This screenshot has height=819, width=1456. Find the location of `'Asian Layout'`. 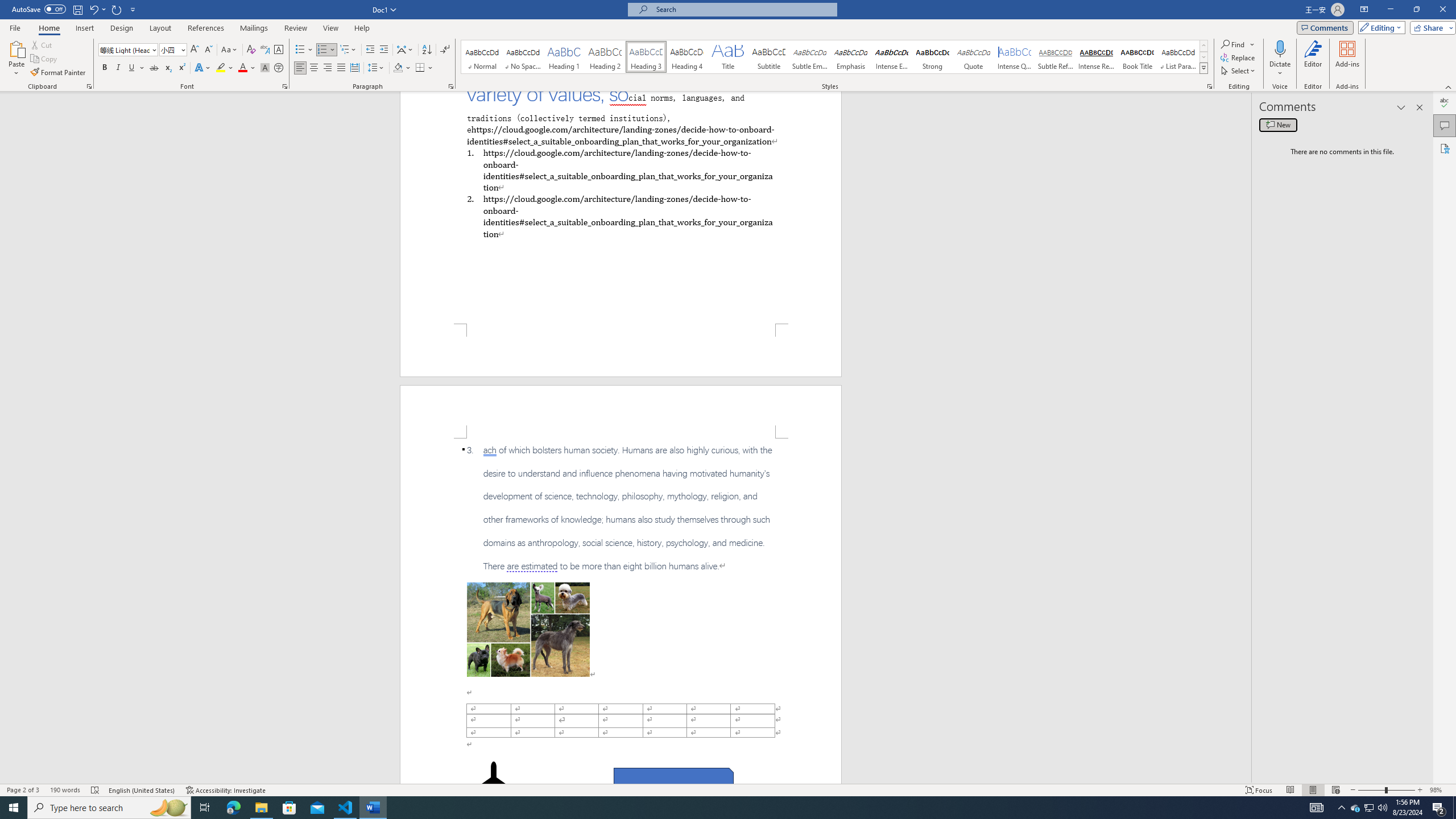

'Asian Layout' is located at coordinates (405, 49).